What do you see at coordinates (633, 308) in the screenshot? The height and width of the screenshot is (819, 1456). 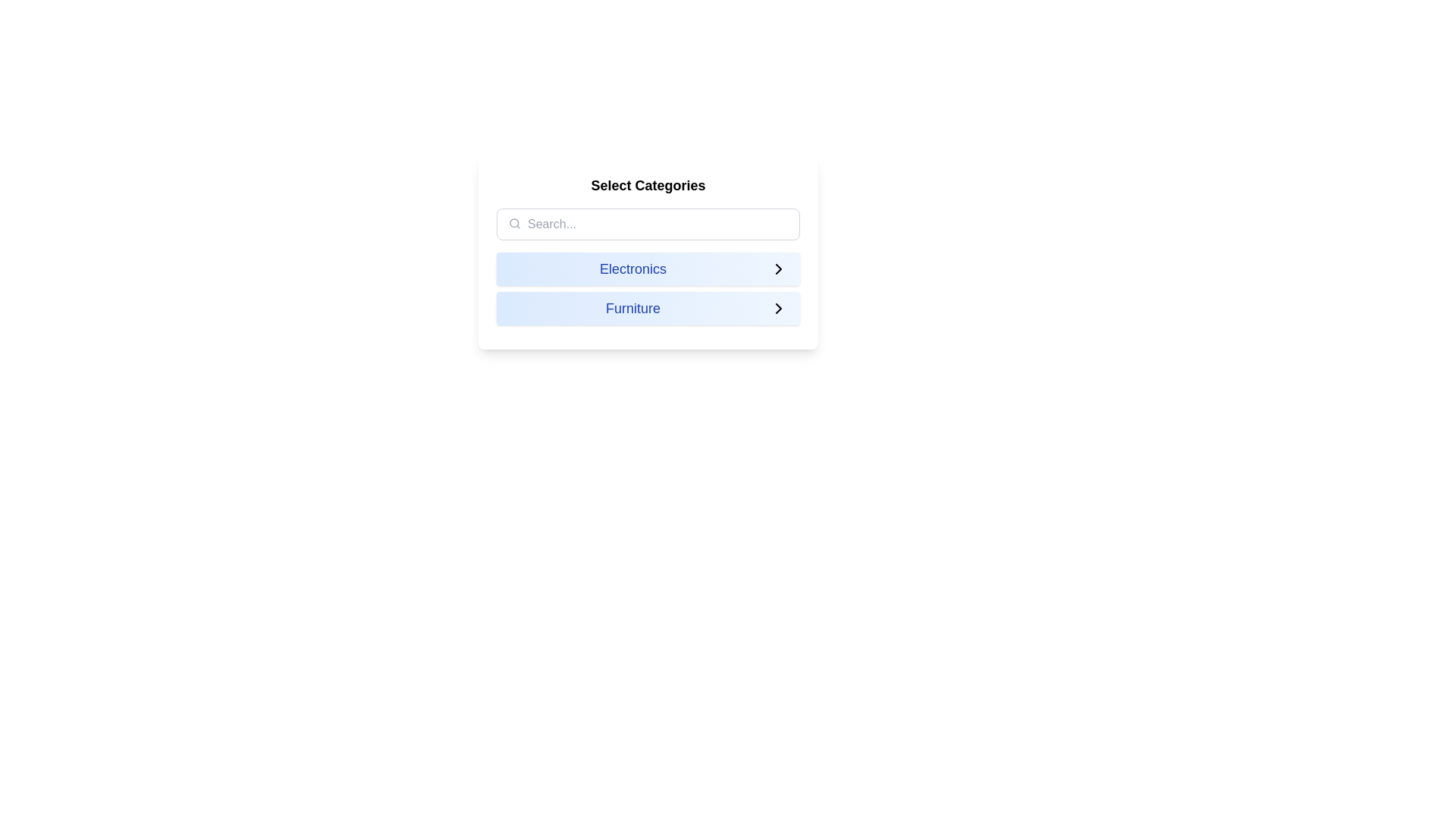 I see `the 'Furniture' text label, which is styled in blue with a larger font size and bold appearance, located` at bounding box center [633, 308].